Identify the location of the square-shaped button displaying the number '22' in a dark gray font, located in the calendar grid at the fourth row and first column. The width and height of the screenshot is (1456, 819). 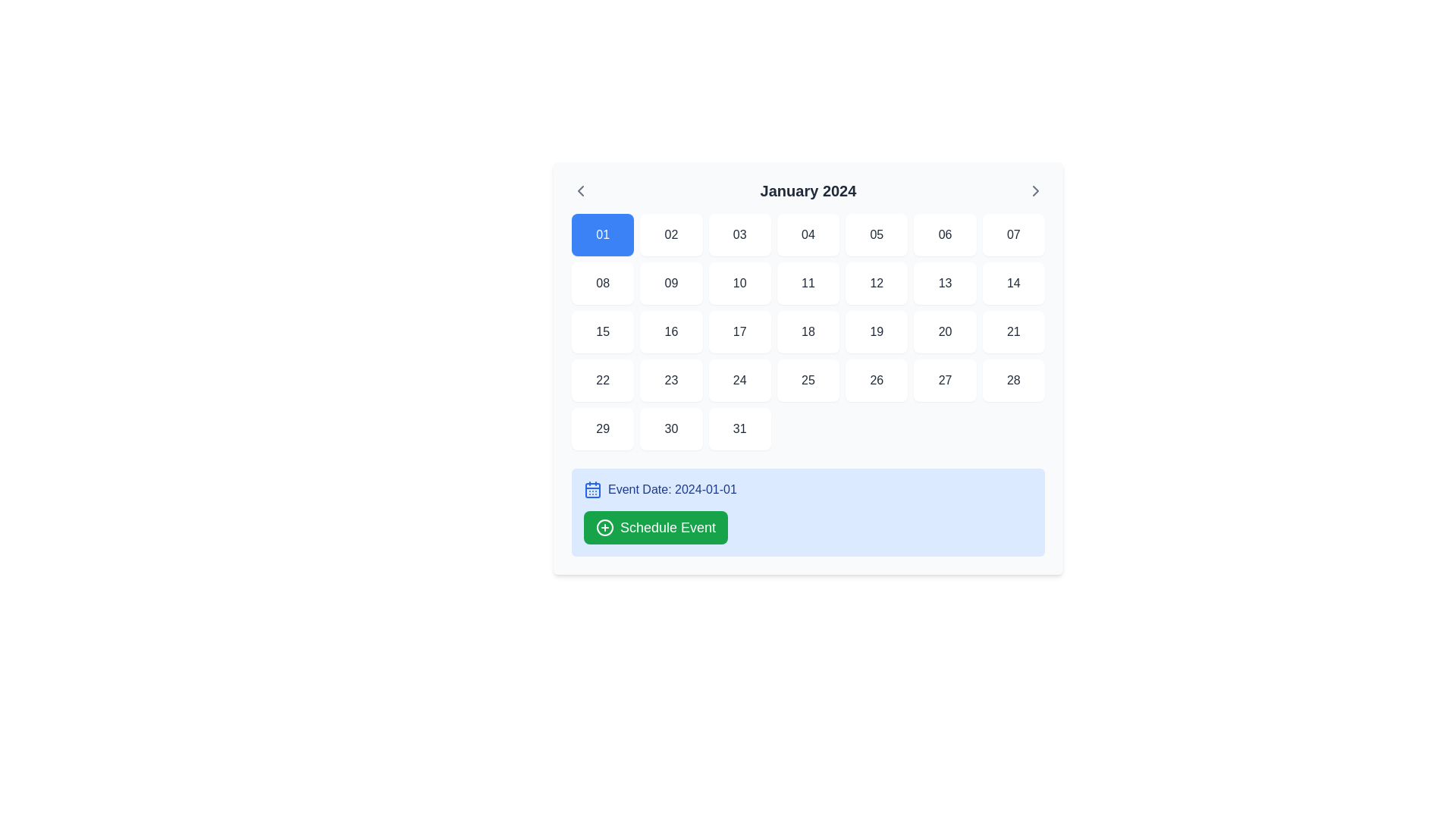
(602, 379).